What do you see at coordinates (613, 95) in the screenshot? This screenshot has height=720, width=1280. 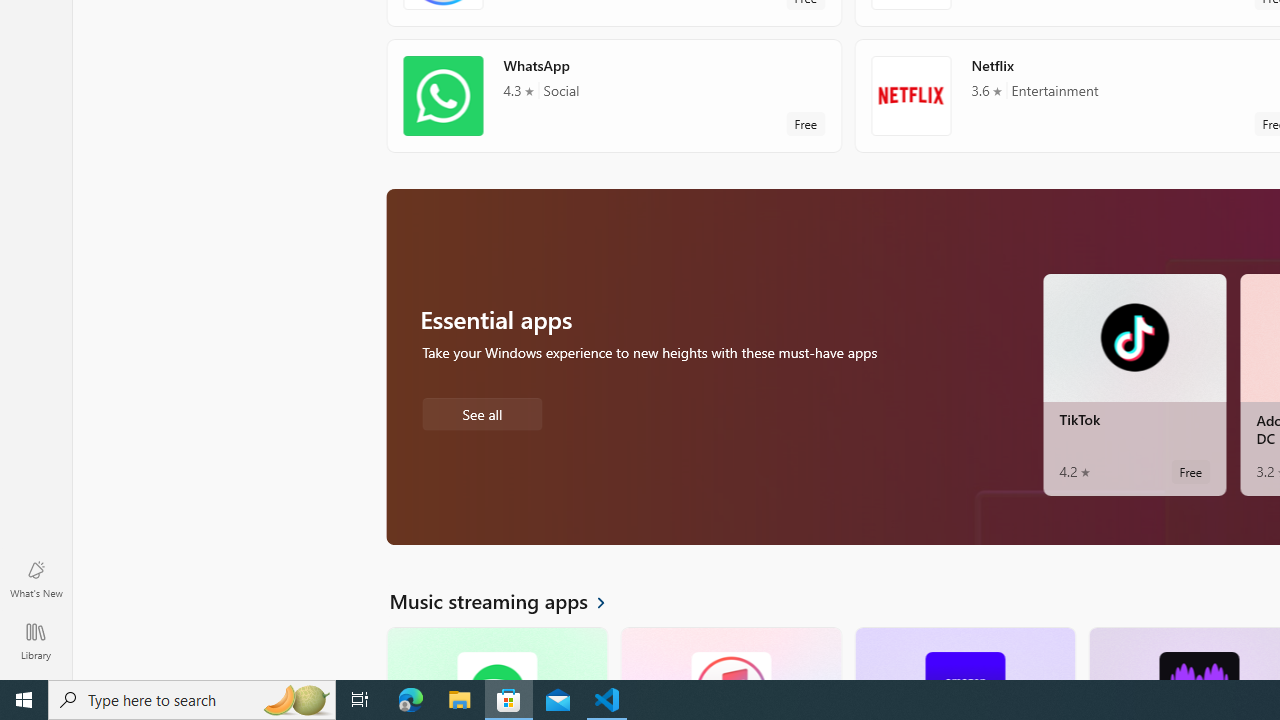 I see `'WhatsApp. Average rating of 4.3 out of five stars. Free  '` at bounding box center [613, 95].